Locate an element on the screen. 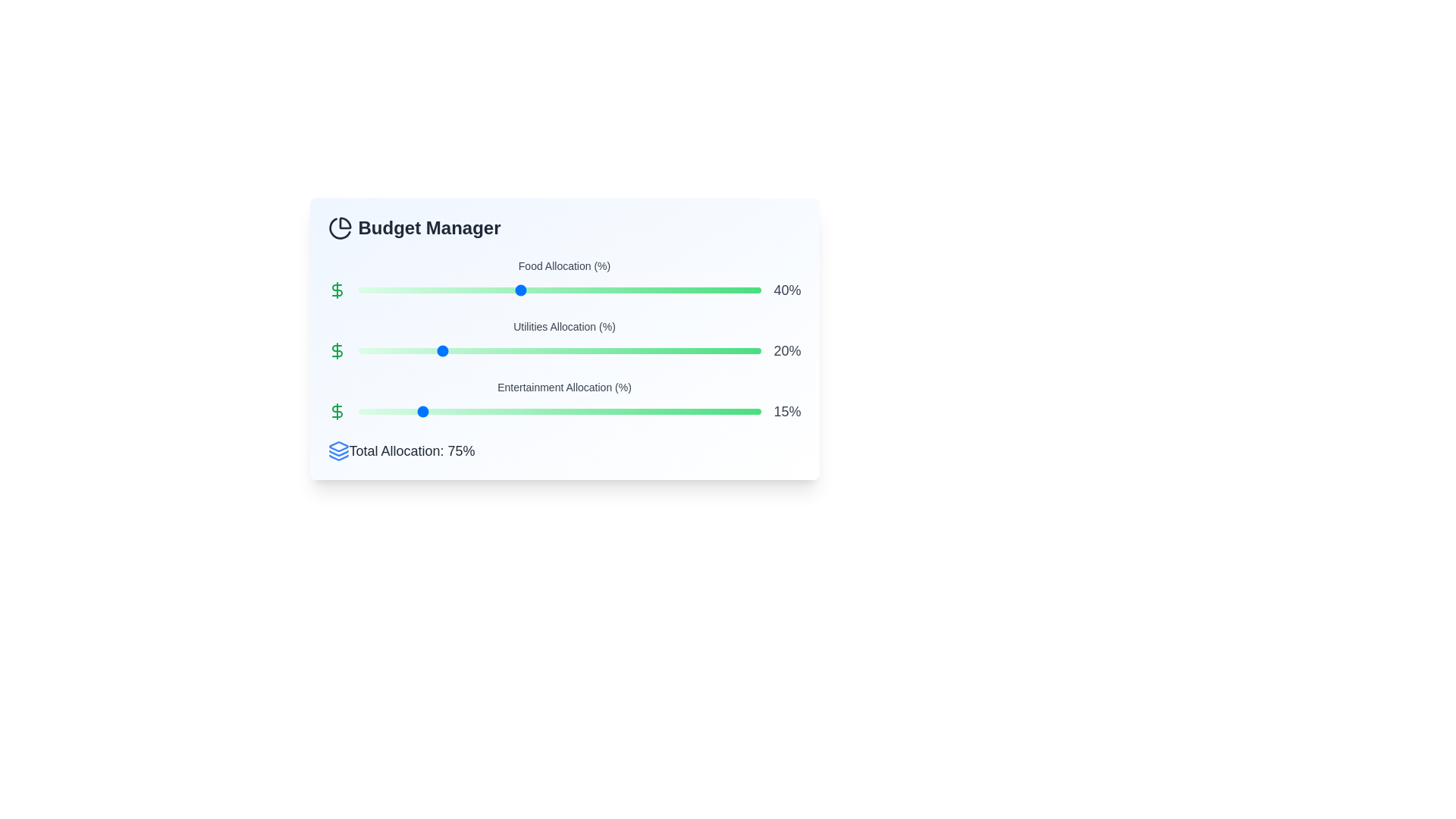 Image resolution: width=1456 pixels, height=819 pixels. the Food Allocation slider to 13% is located at coordinates (410, 290).